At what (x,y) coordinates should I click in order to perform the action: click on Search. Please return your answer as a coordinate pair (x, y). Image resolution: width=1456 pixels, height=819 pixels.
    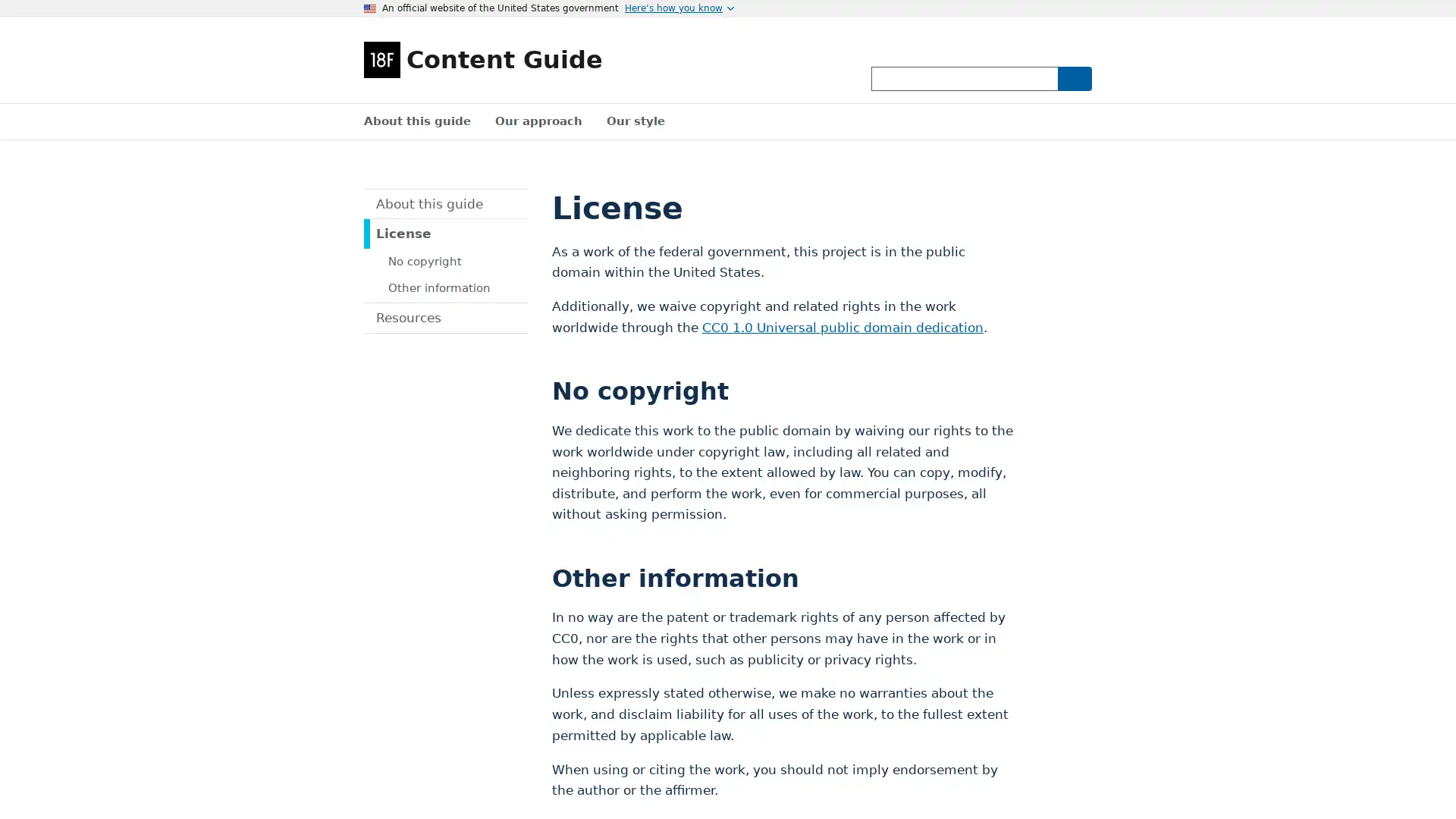
    Looking at the image, I should click on (1073, 78).